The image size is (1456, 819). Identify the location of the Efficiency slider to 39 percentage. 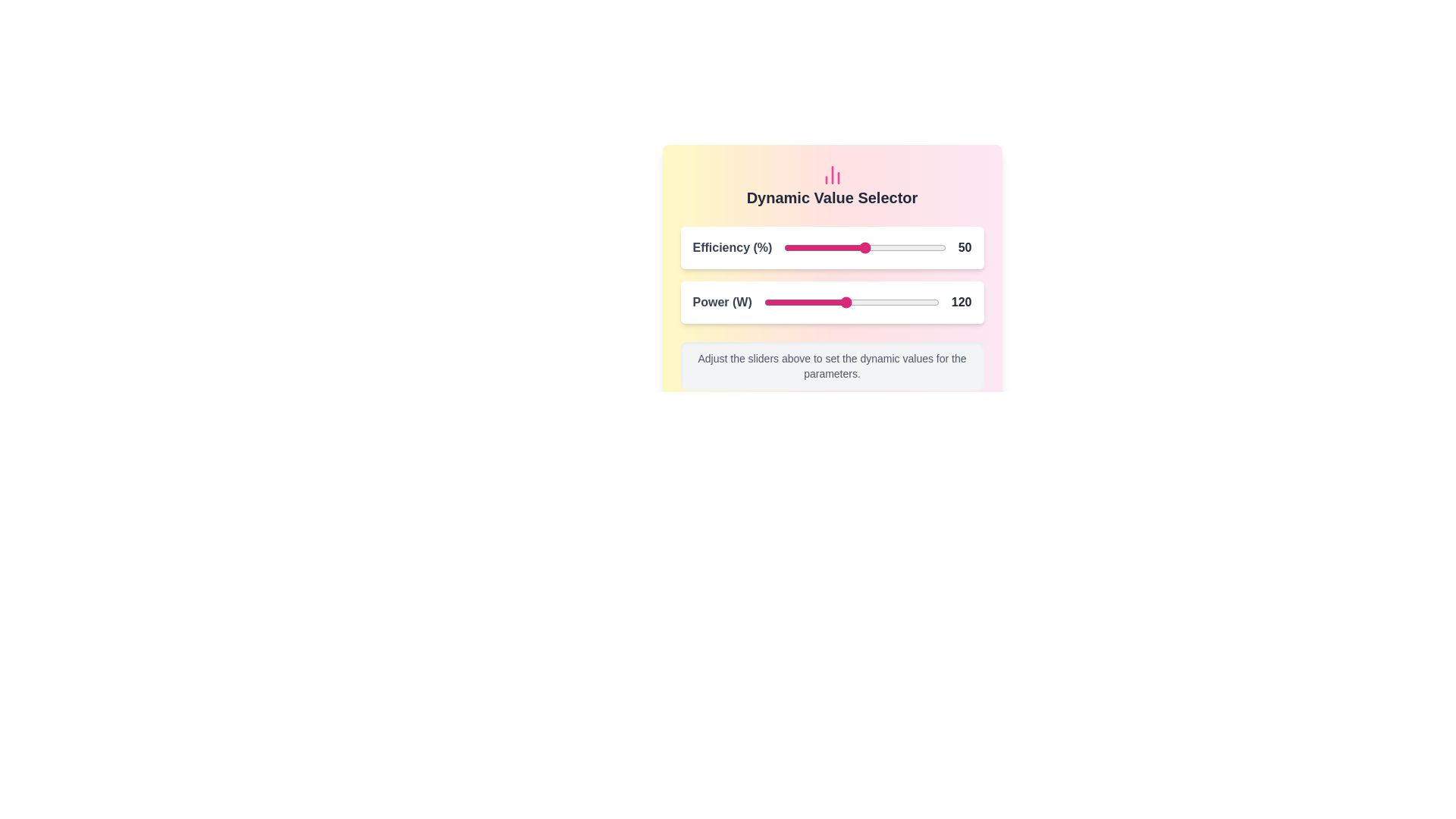
(846, 247).